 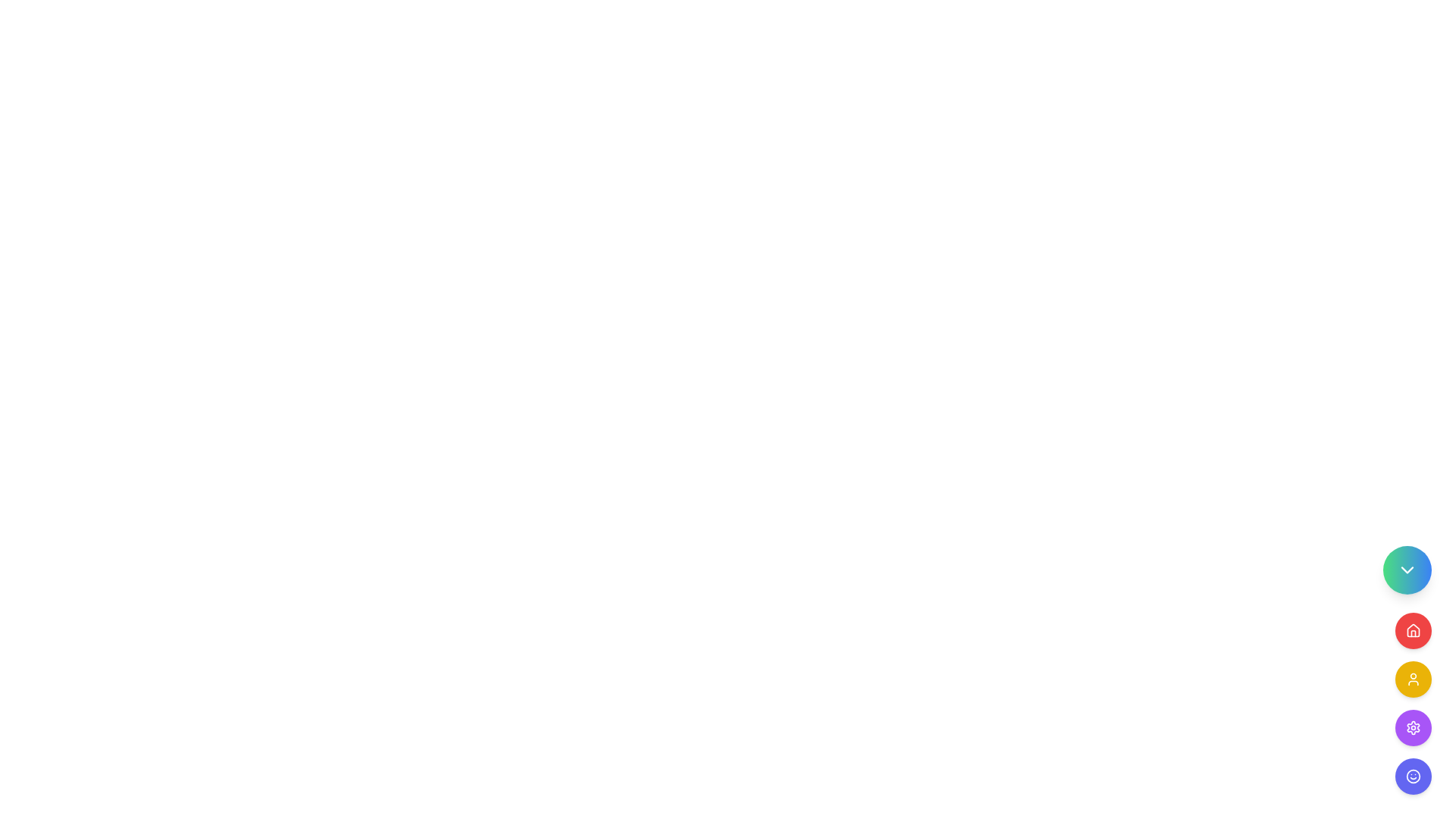 I want to click on the third button in a vertically-aligned group of four buttons, located below the red house icon button and above the purple gear icon button, so click(x=1412, y=678).